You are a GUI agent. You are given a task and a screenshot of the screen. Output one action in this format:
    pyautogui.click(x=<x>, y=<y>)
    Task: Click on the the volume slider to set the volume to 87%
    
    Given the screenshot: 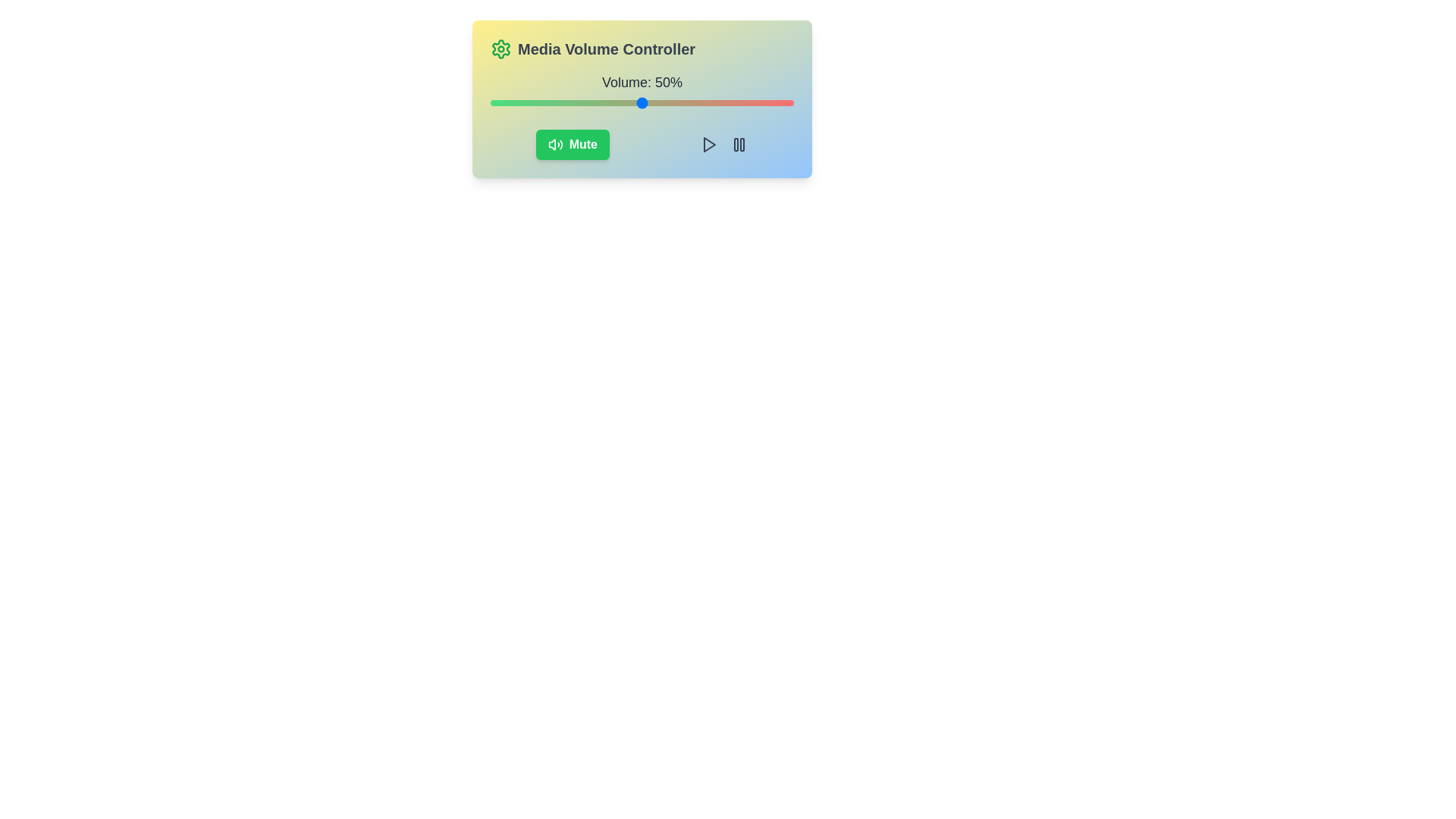 What is the action you would take?
    pyautogui.click(x=754, y=102)
    